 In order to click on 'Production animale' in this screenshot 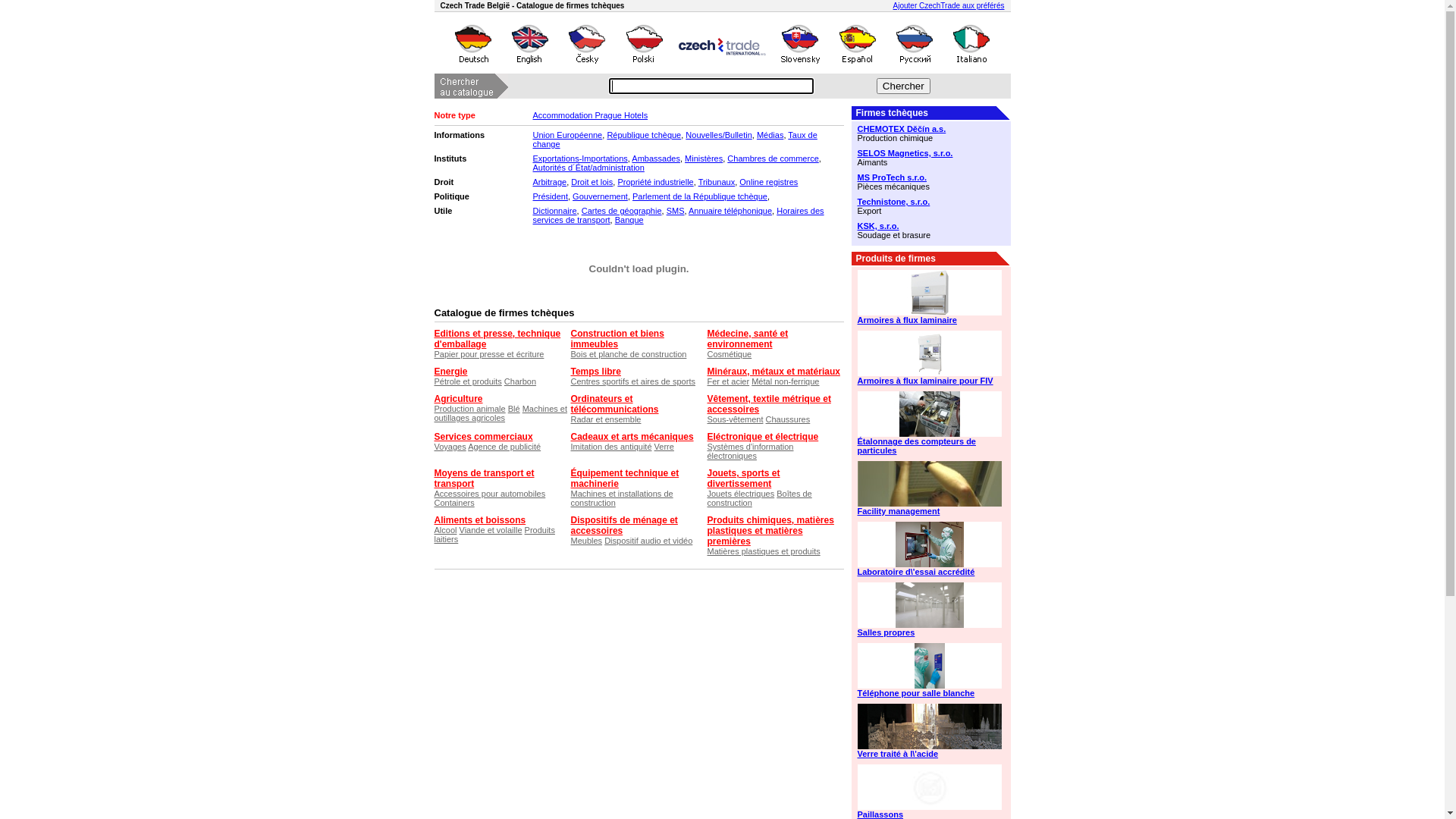, I will do `click(469, 408)`.